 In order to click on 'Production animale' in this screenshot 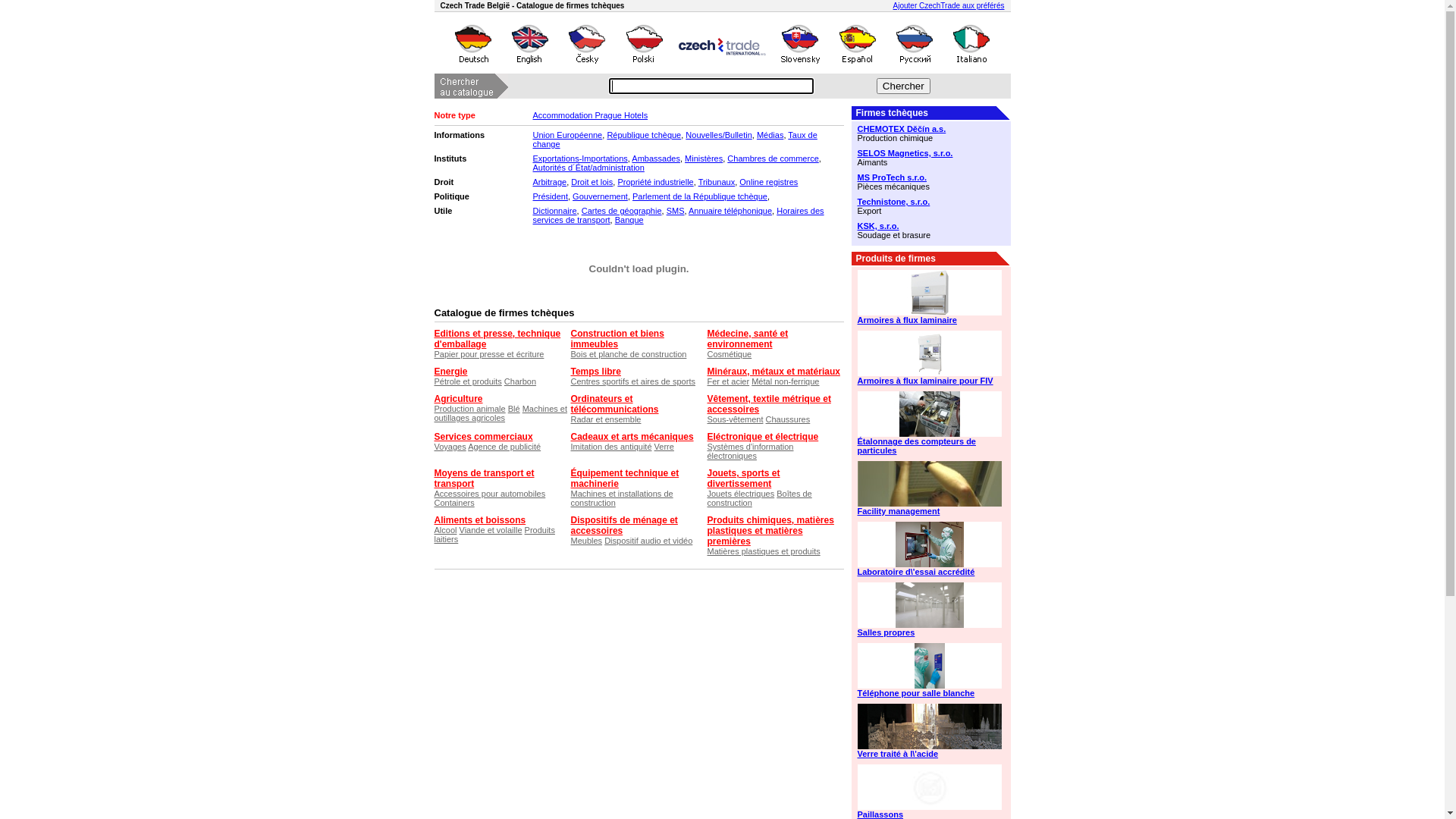, I will do `click(469, 408)`.